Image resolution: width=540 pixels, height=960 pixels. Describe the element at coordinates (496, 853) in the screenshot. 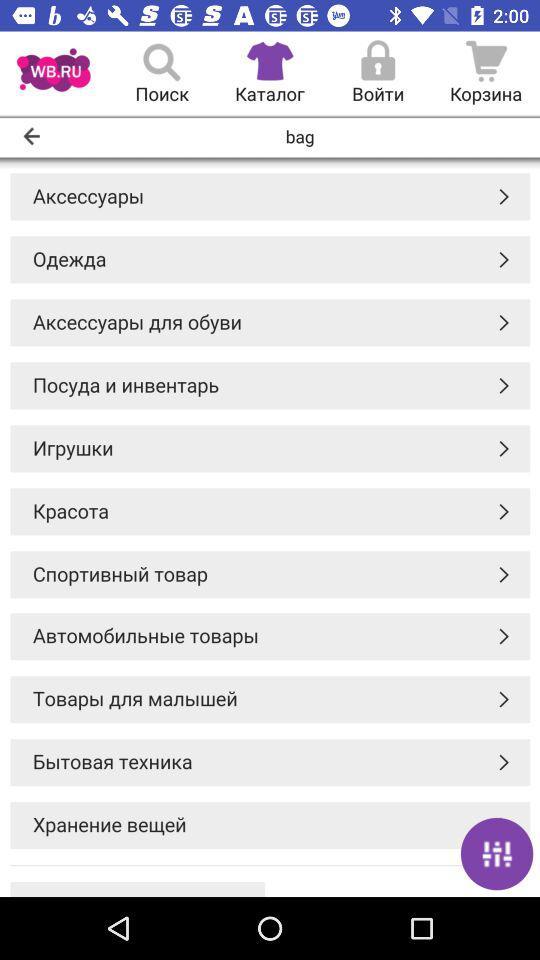

I see `the sliders icon` at that location.